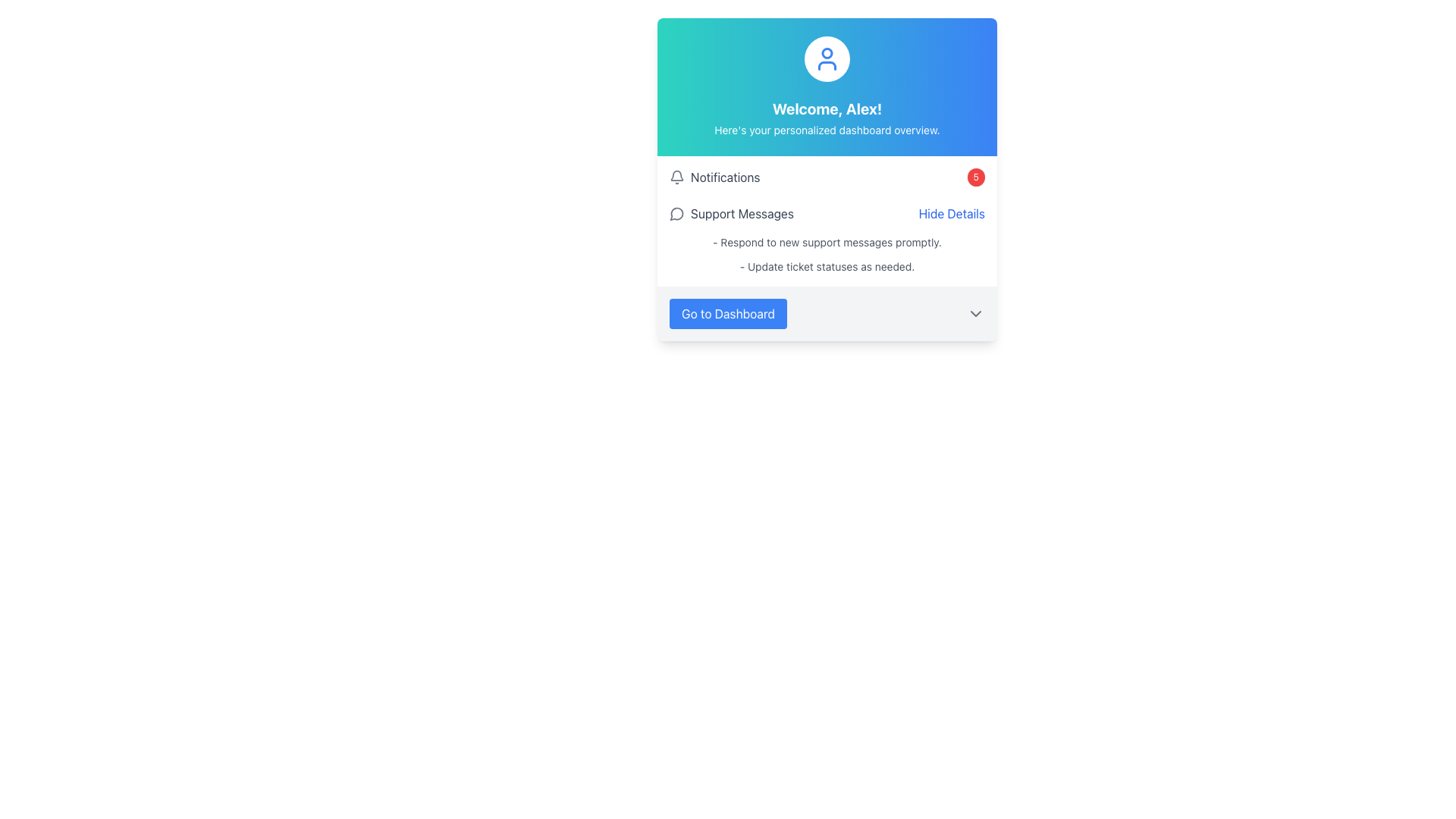 This screenshot has width=1456, height=819. I want to click on the welcome message in the Header Section which provides a personalized greeting and overview for the user, so click(826, 87).